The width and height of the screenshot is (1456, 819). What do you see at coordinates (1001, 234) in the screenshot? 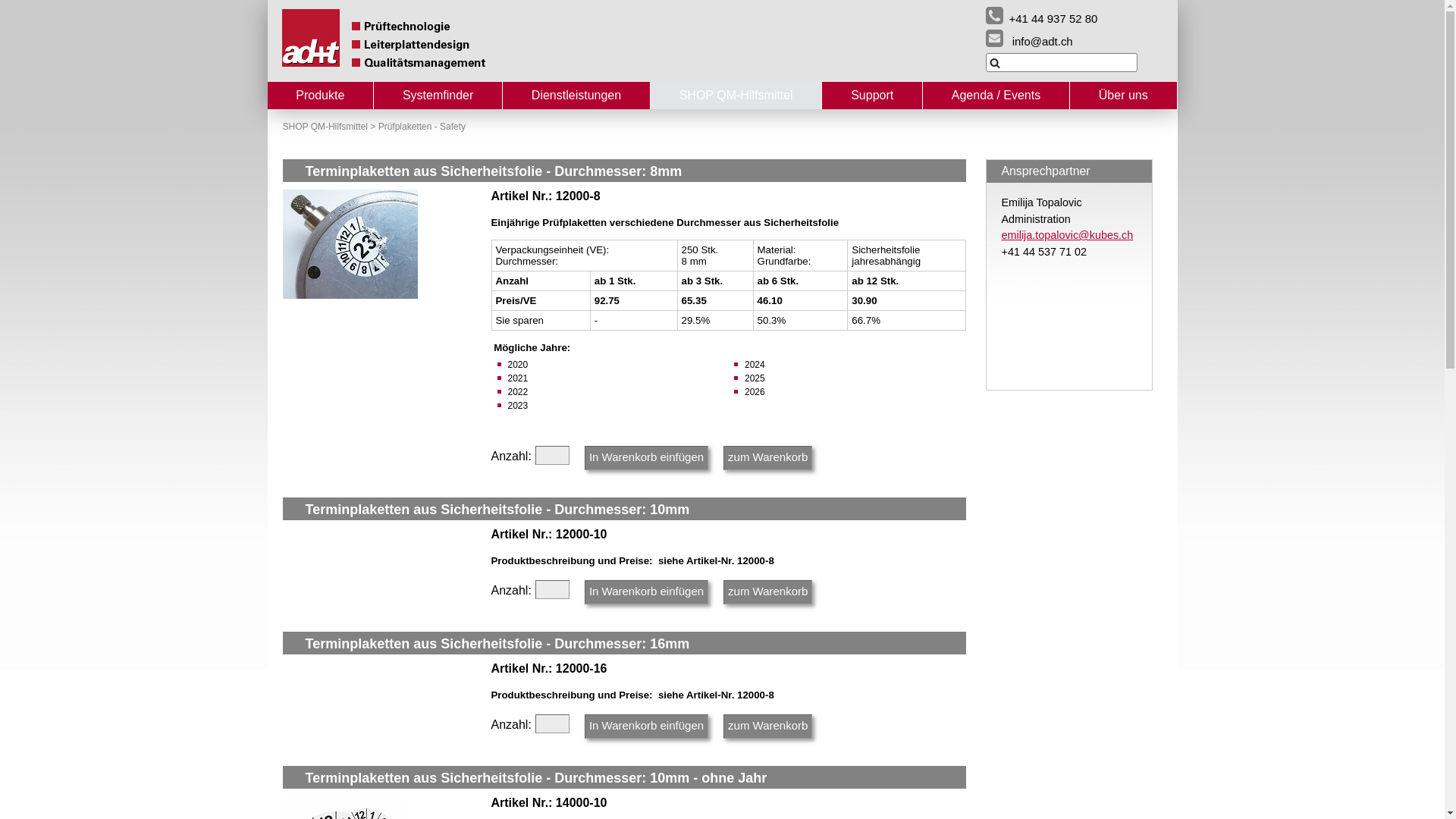
I see `'emilija.topalovic@kubes.ch'` at bounding box center [1001, 234].